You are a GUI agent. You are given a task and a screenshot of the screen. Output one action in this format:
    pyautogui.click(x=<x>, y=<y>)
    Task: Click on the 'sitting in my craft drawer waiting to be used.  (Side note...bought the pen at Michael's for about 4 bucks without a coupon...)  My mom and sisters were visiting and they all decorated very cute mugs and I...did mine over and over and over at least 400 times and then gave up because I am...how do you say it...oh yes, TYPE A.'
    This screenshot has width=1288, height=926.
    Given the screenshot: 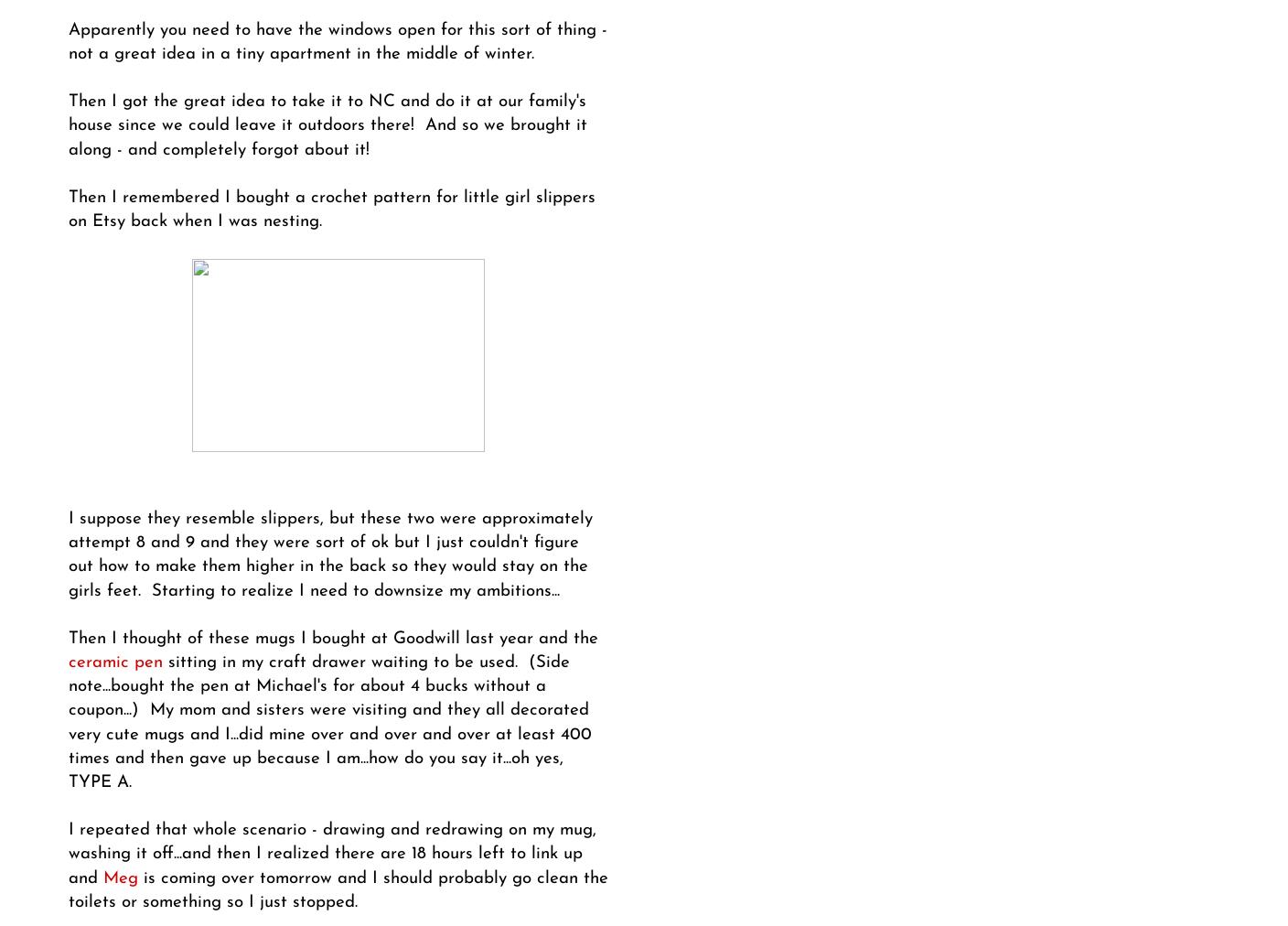 What is the action you would take?
    pyautogui.click(x=68, y=721)
    